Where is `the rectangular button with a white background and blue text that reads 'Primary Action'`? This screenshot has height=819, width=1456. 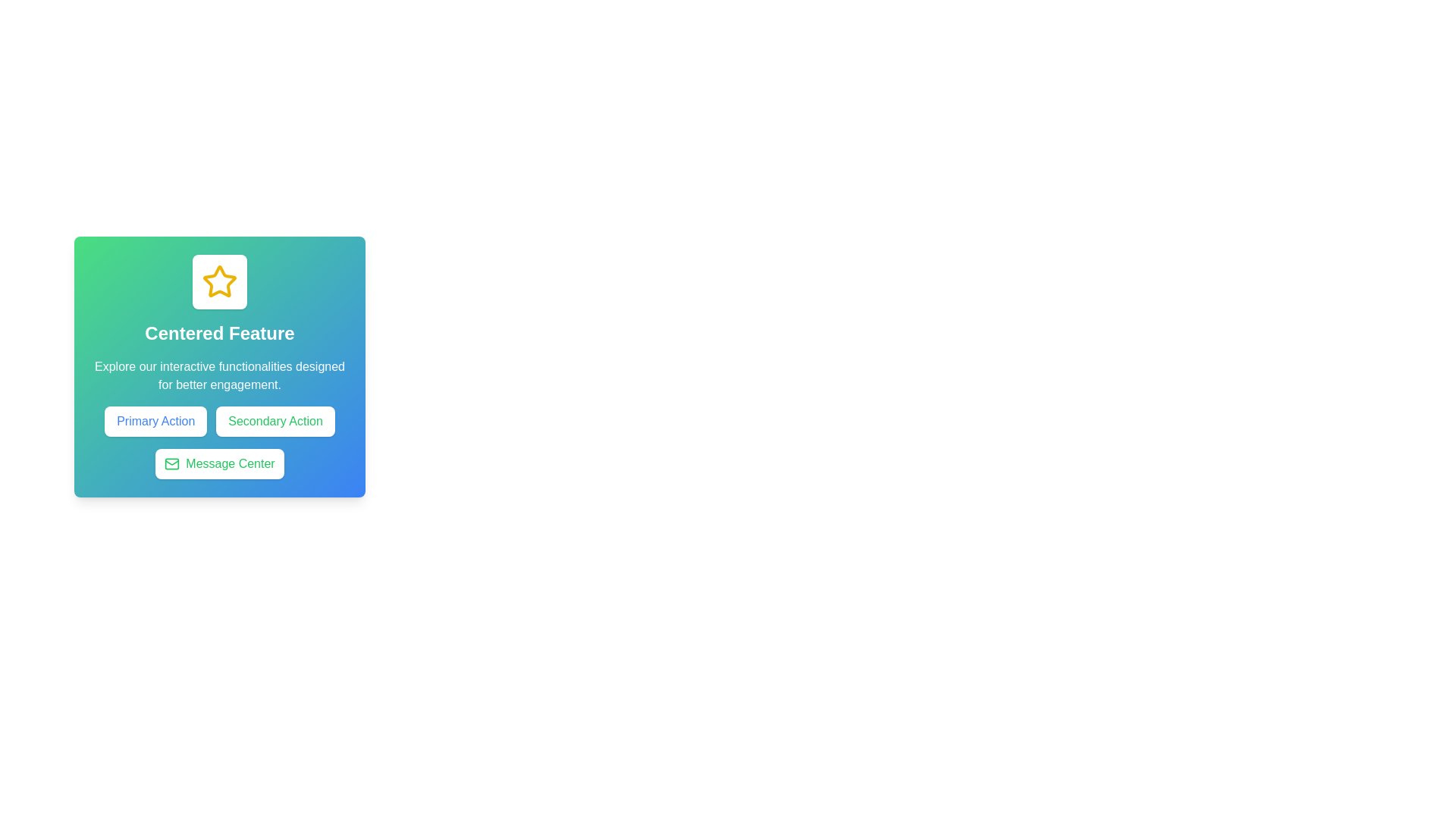 the rectangular button with a white background and blue text that reads 'Primary Action' is located at coordinates (155, 421).